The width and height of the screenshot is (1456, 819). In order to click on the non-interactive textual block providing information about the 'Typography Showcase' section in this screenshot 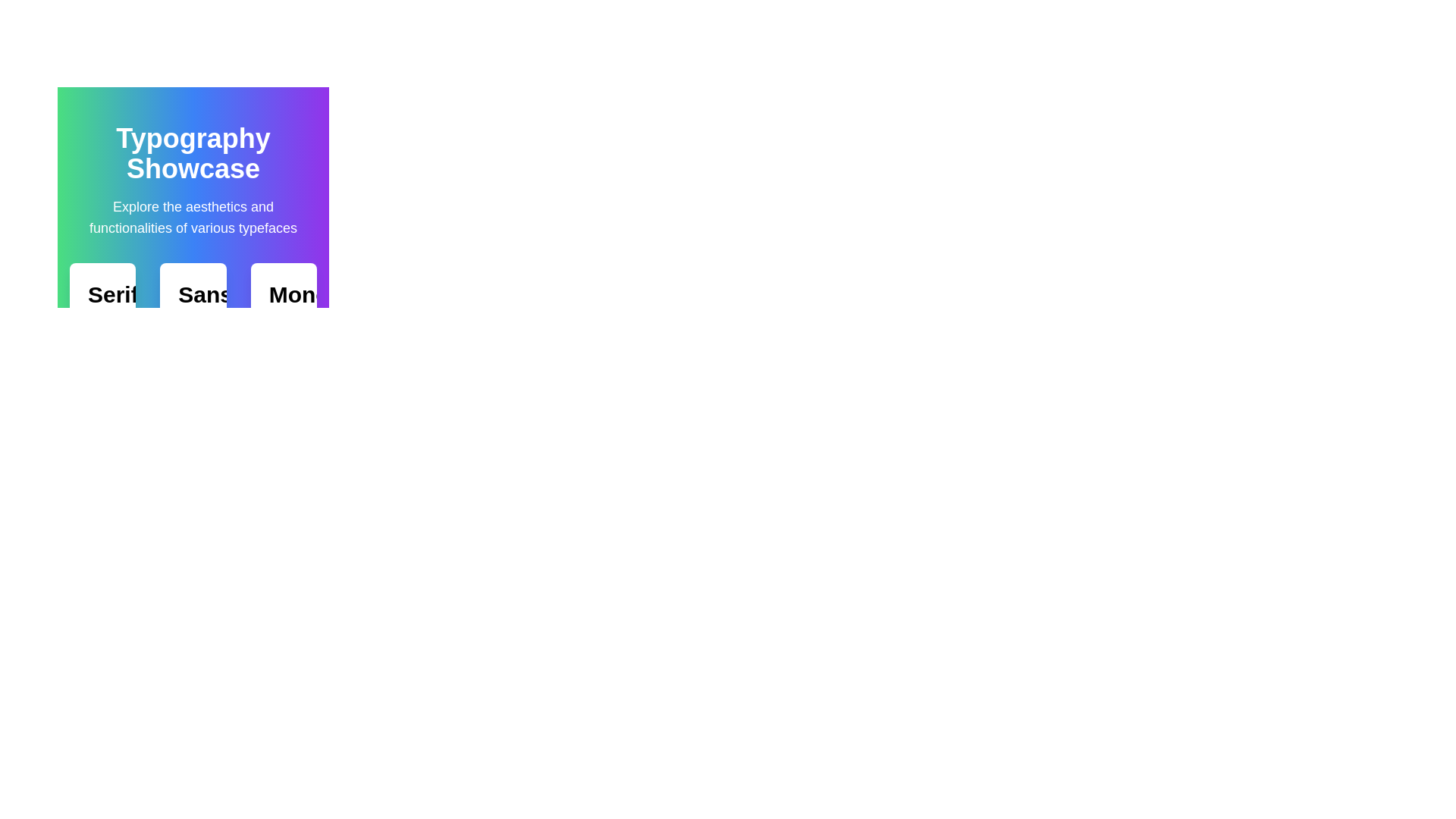, I will do `click(192, 217)`.